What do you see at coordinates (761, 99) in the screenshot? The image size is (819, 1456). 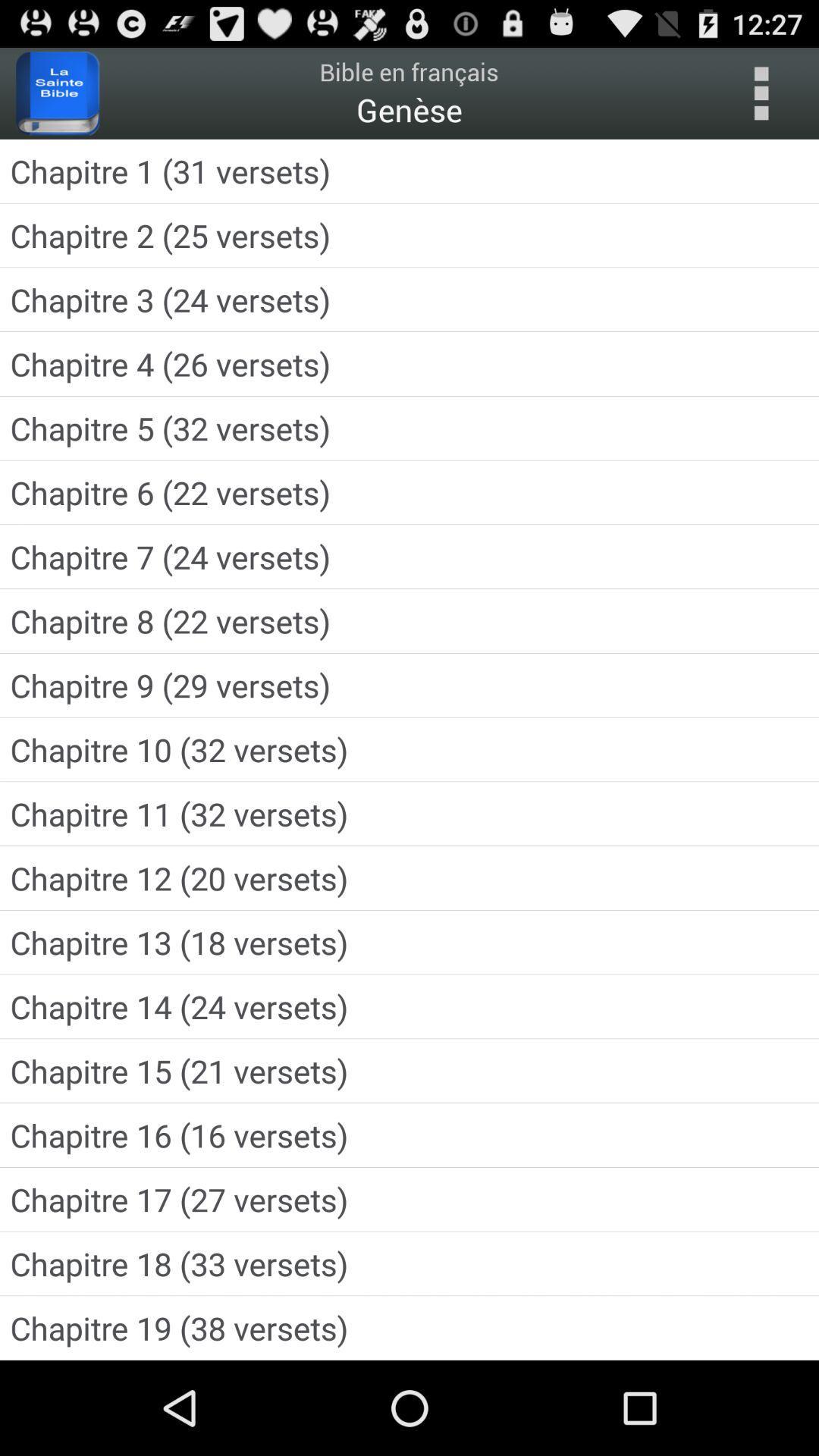 I see `the more icon` at bounding box center [761, 99].